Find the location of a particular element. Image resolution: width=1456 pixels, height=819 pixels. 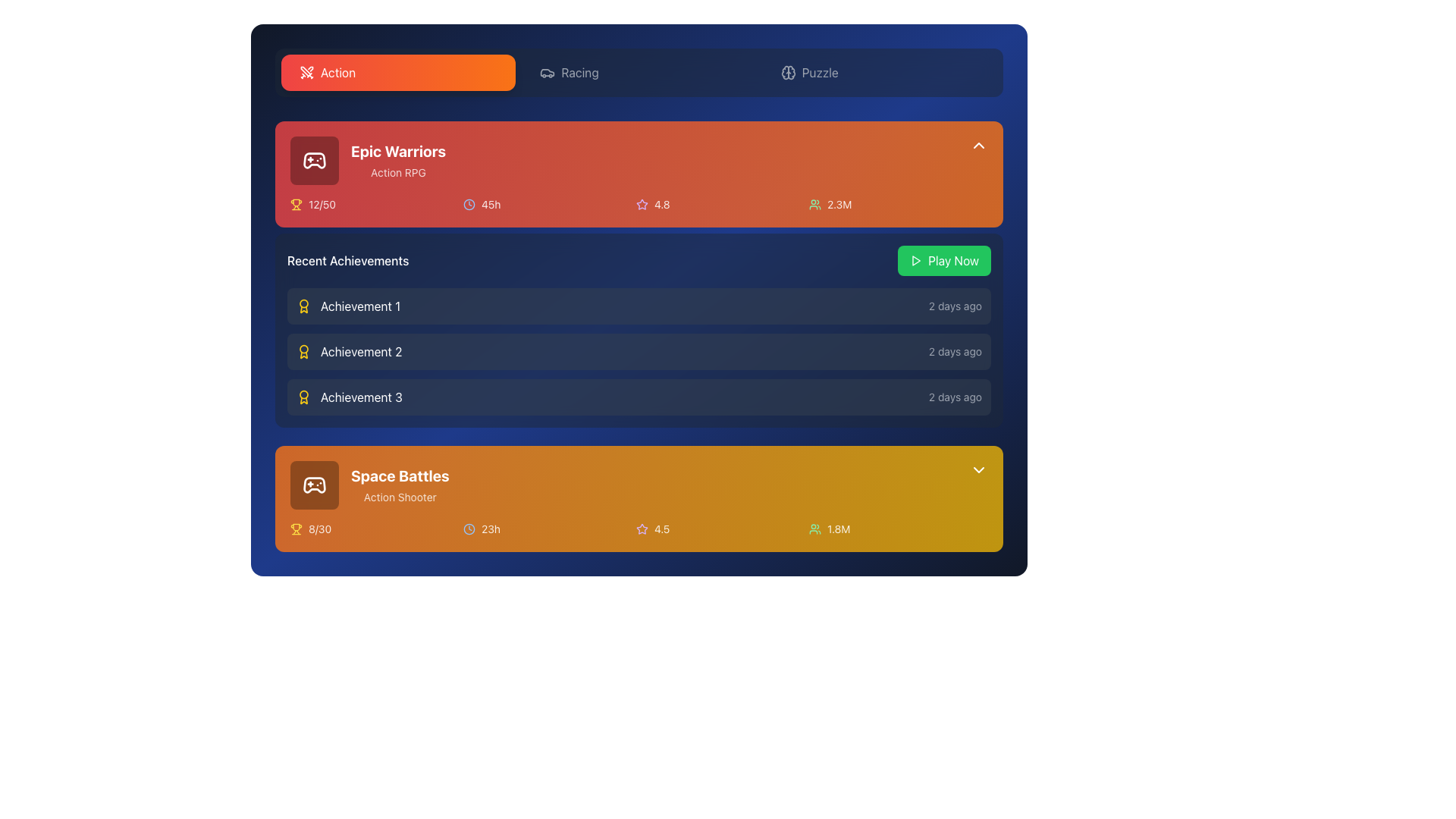

the static text label displaying the number of users or players associated with the 'Space Battles' game, located to the right of the user icon is located at coordinates (838, 529).